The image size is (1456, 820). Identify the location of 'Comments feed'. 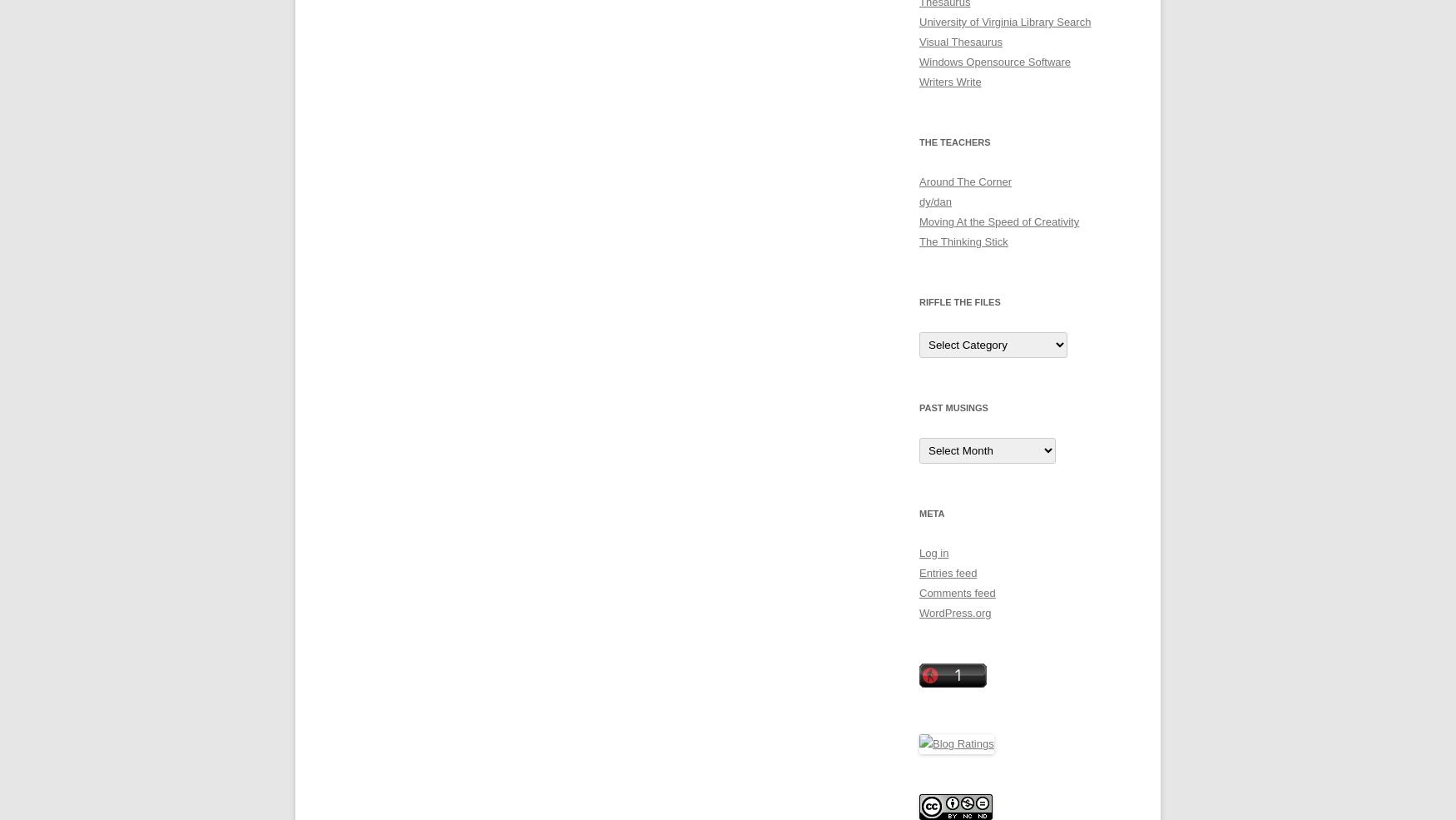
(956, 593).